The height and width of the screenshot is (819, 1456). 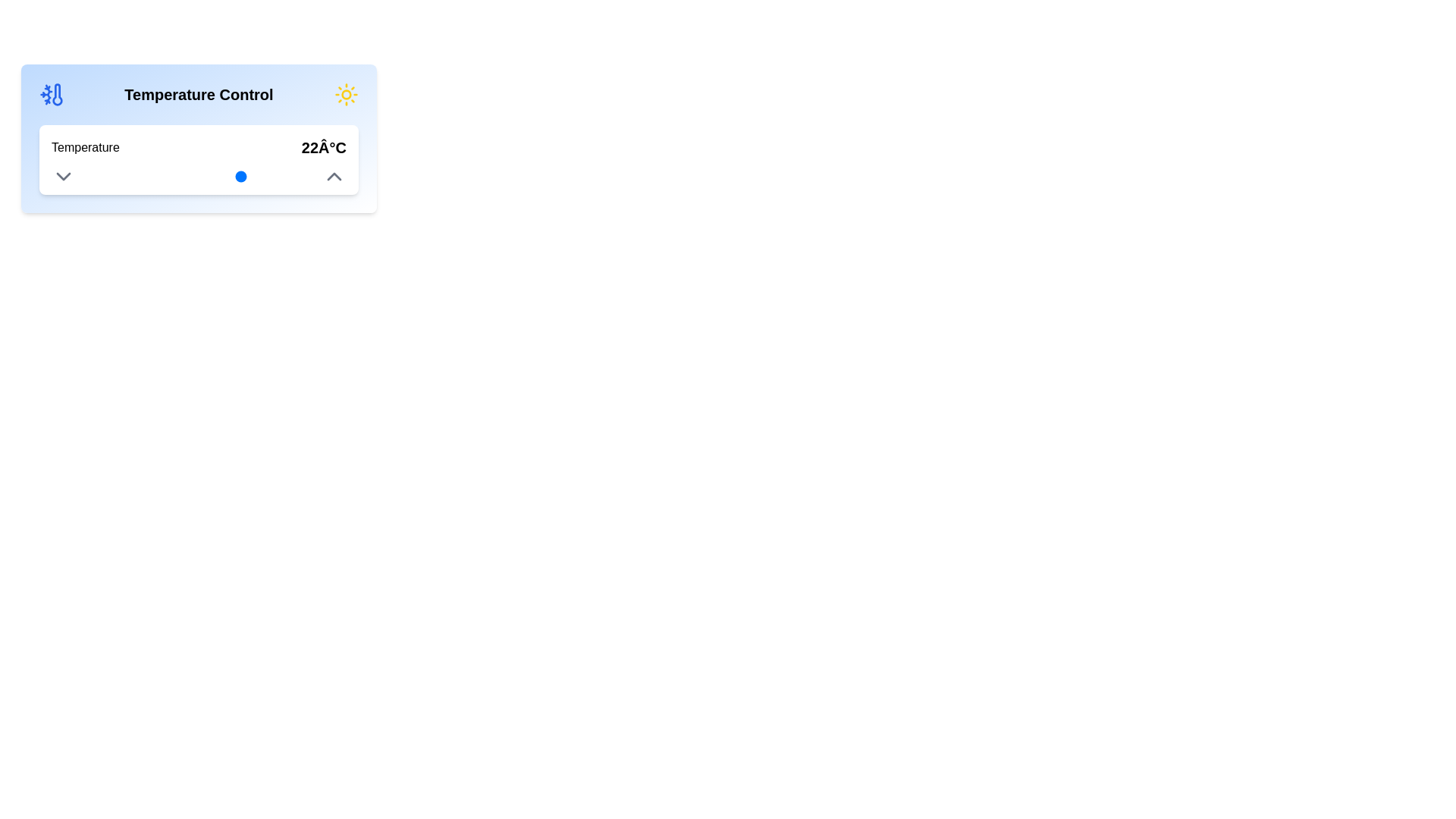 I want to click on the temperature, so click(x=262, y=175).